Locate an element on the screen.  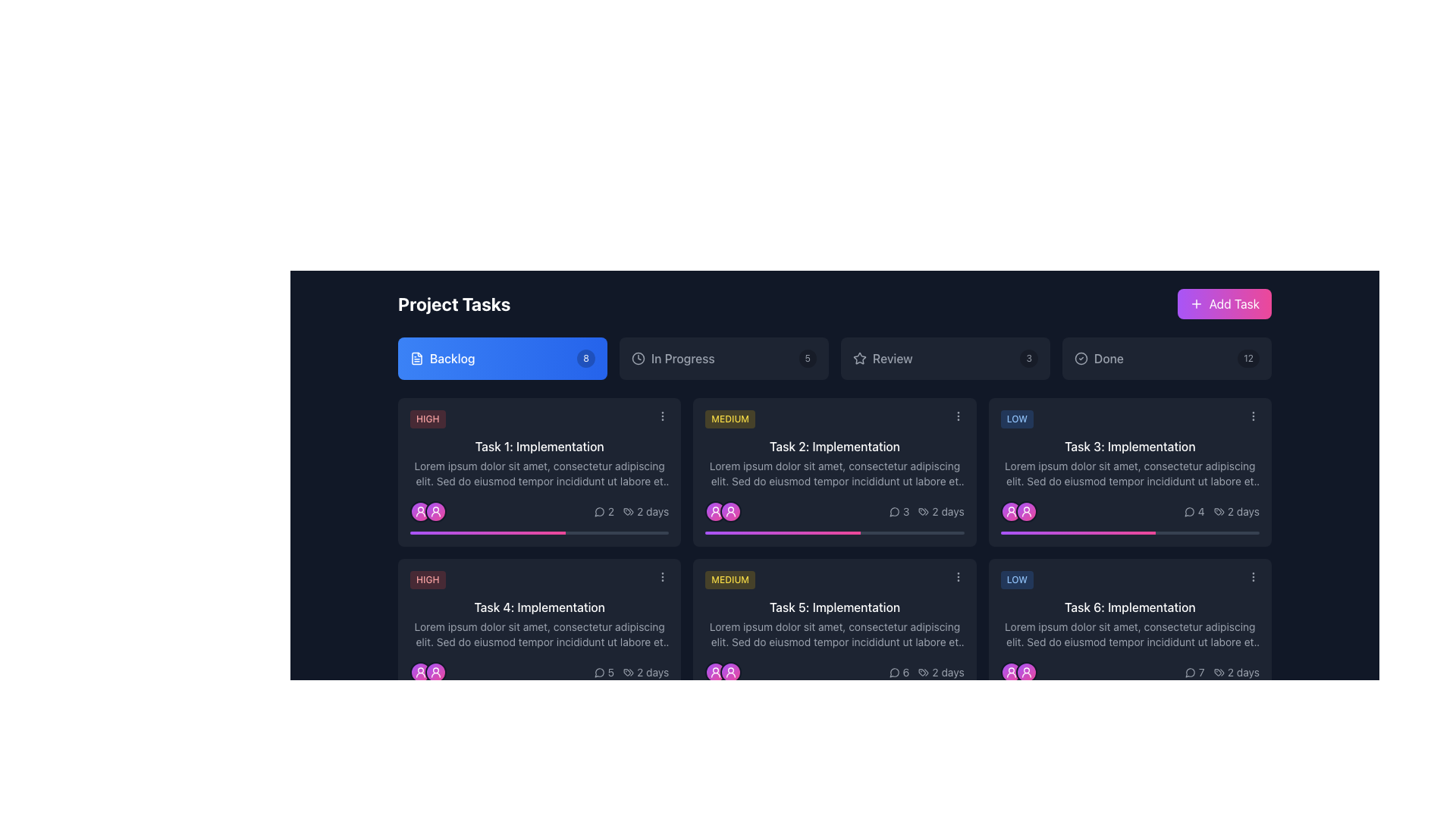
the user profile icon located in the bottom-left corner of the 'Task 1: Implementation' card, which serves as a visual indicator of a user's association with the task is located at coordinates (421, 512).